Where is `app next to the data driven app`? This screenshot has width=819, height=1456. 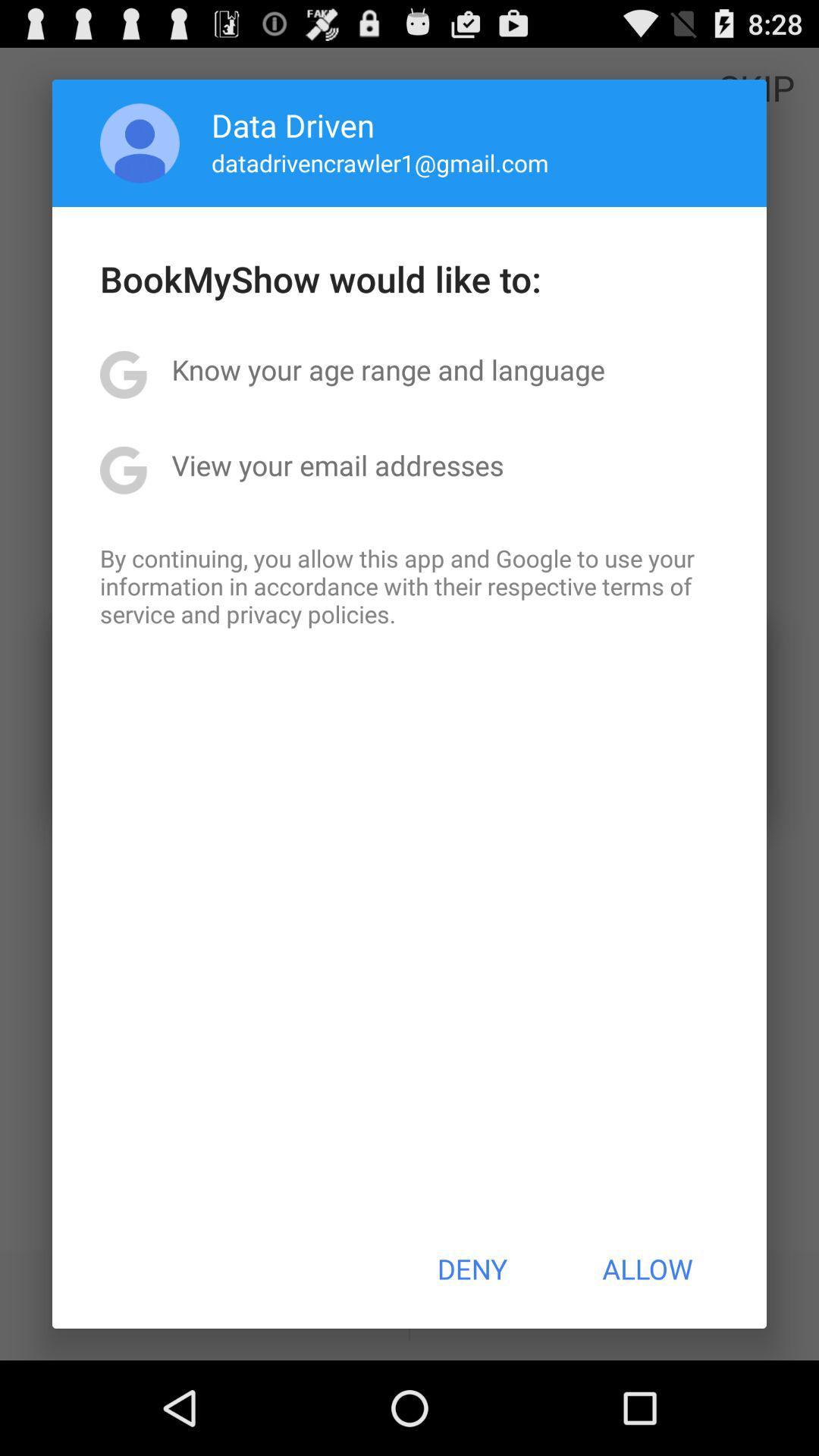
app next to the data driven app is located at coordinates (140, 143).